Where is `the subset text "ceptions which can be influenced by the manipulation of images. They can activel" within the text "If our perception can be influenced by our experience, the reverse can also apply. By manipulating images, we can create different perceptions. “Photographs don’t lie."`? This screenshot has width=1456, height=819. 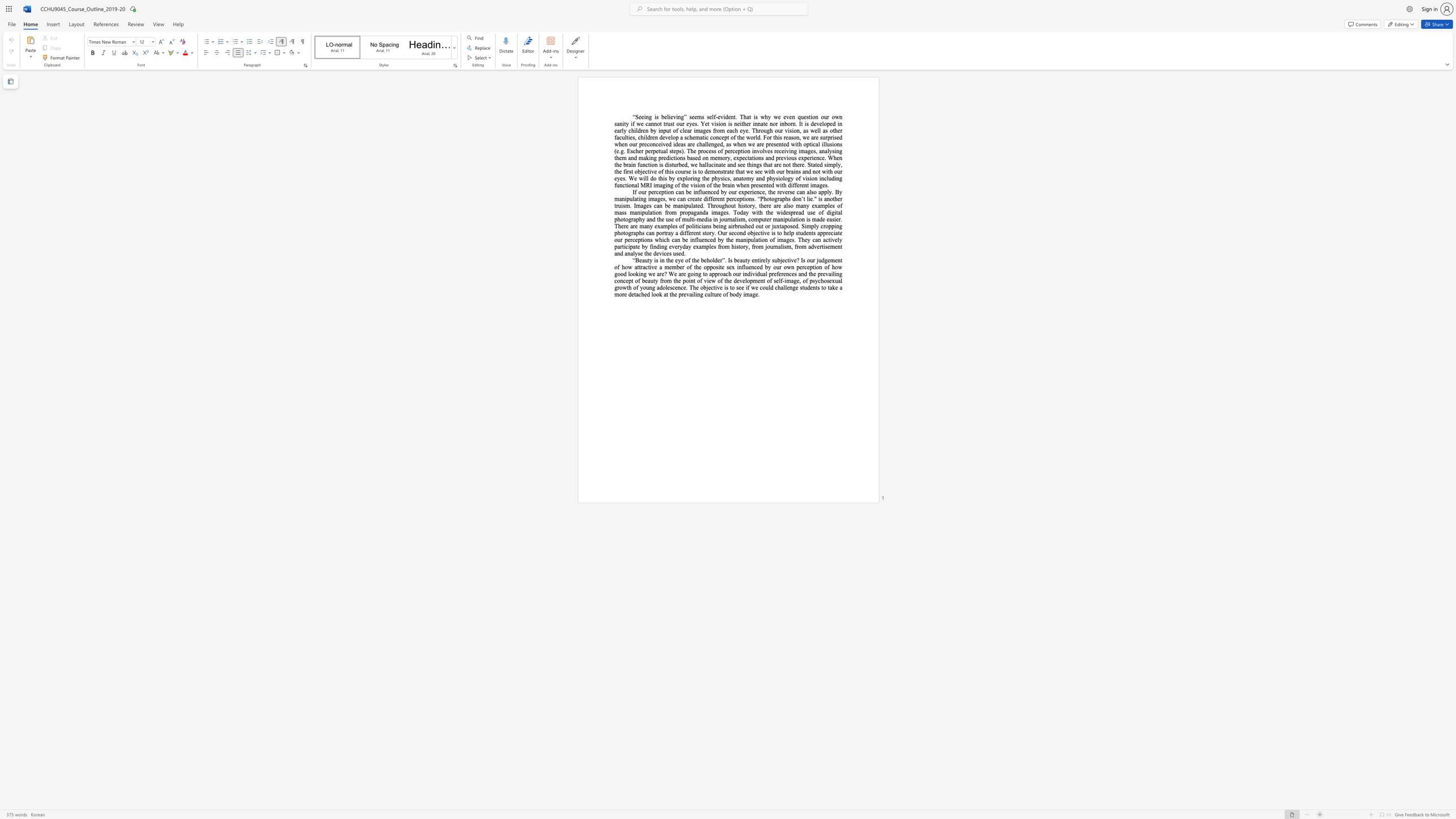
the subset text "ceptions which can be influenced by the manipulation of images. They can activel" within the text "If our perception can be influenced by our experience, the reverse can also apply. By manipulating images, we can create different perceptions. “Photographs don’t lie." is located at coordinates (632, 239).